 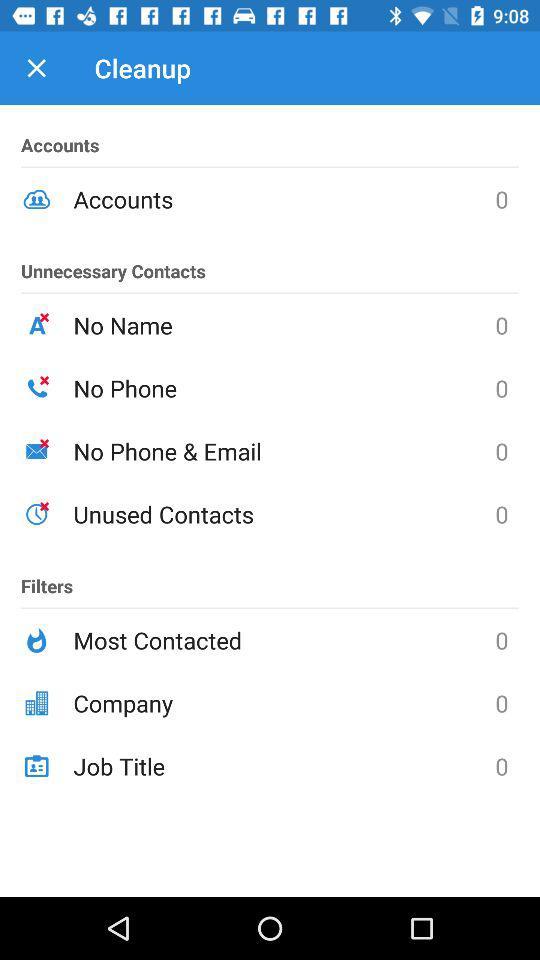 What do you see at coordinates (283, 703) in the screenshot?
I see `company item` at bounding box center [283, 703].